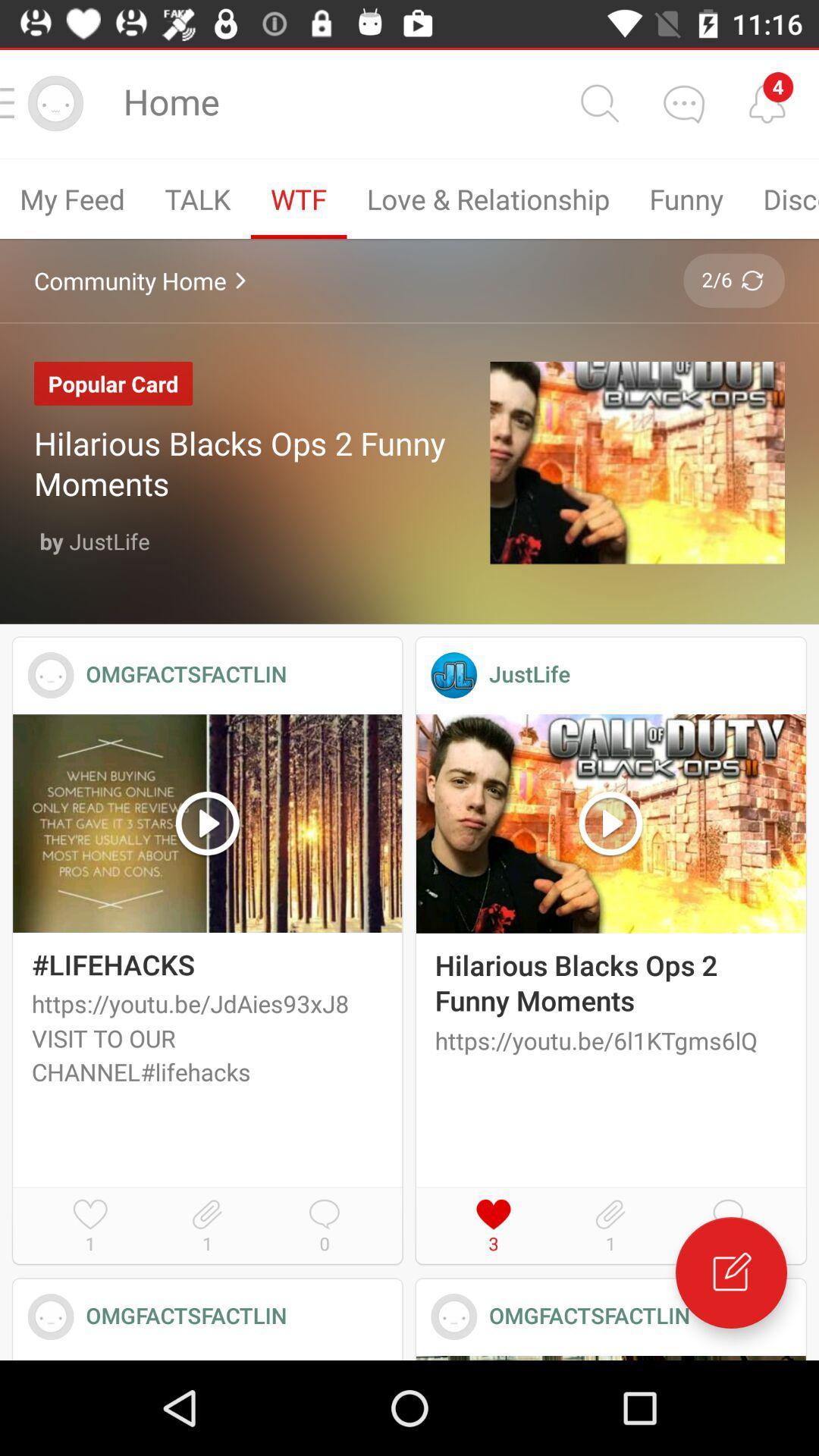 The height and width of the screenshot is (1456, 819). I want to click on the edit icon, so click(730, 1272).